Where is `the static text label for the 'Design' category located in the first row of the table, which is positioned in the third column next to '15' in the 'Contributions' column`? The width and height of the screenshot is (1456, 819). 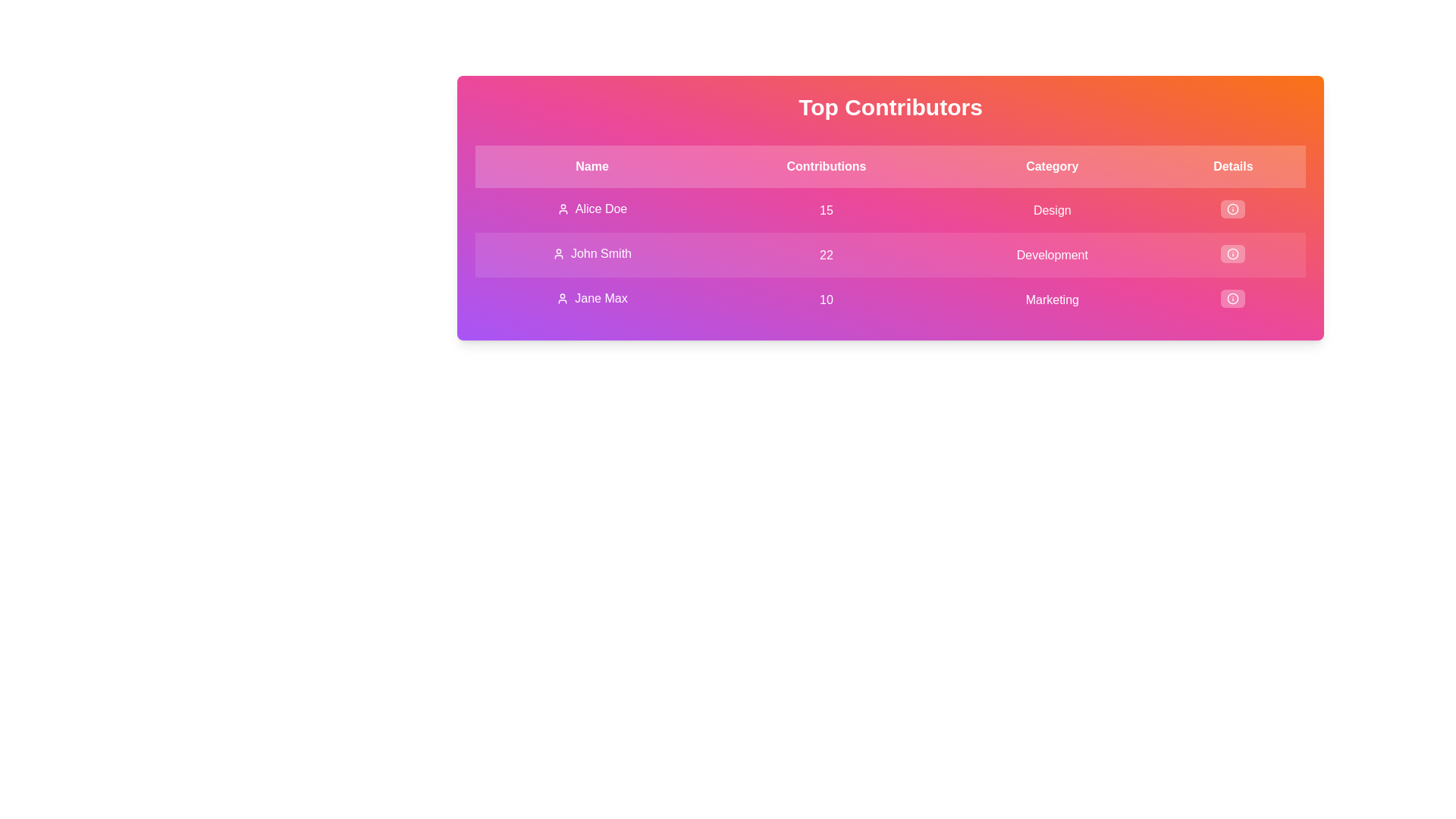
the static text label for the 'Design' category located in the first row of the table, which is positioned in the third column next to '15' in the 'Contributions' column is located at coordinates (1051, 210).